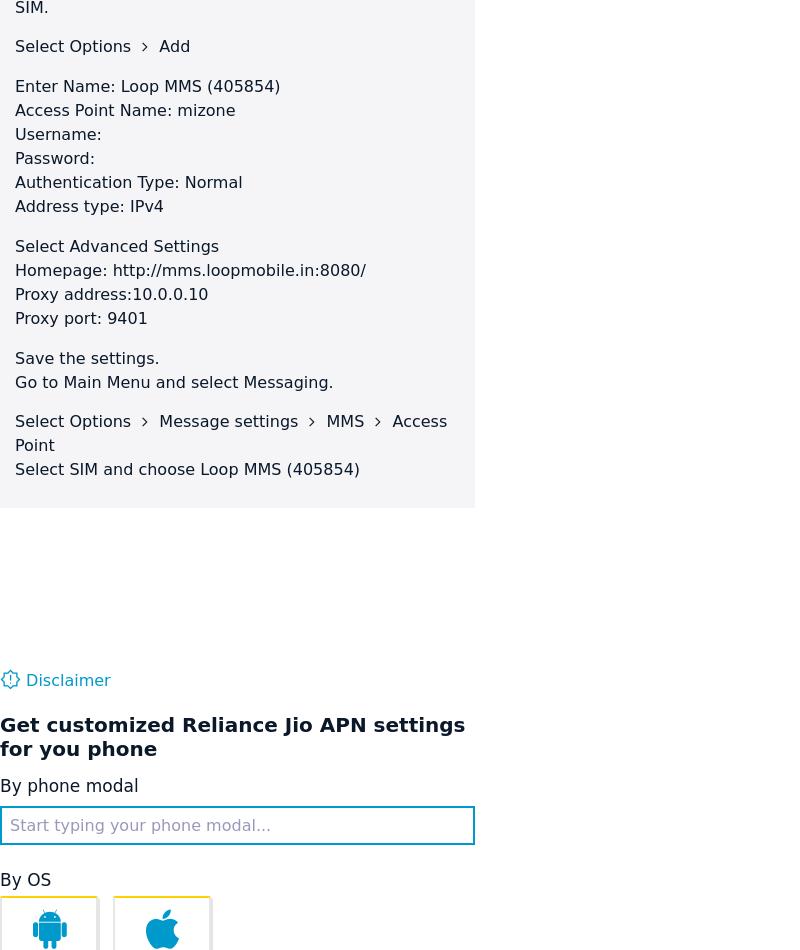  I want to click on 'Password:', so click(14, 158).